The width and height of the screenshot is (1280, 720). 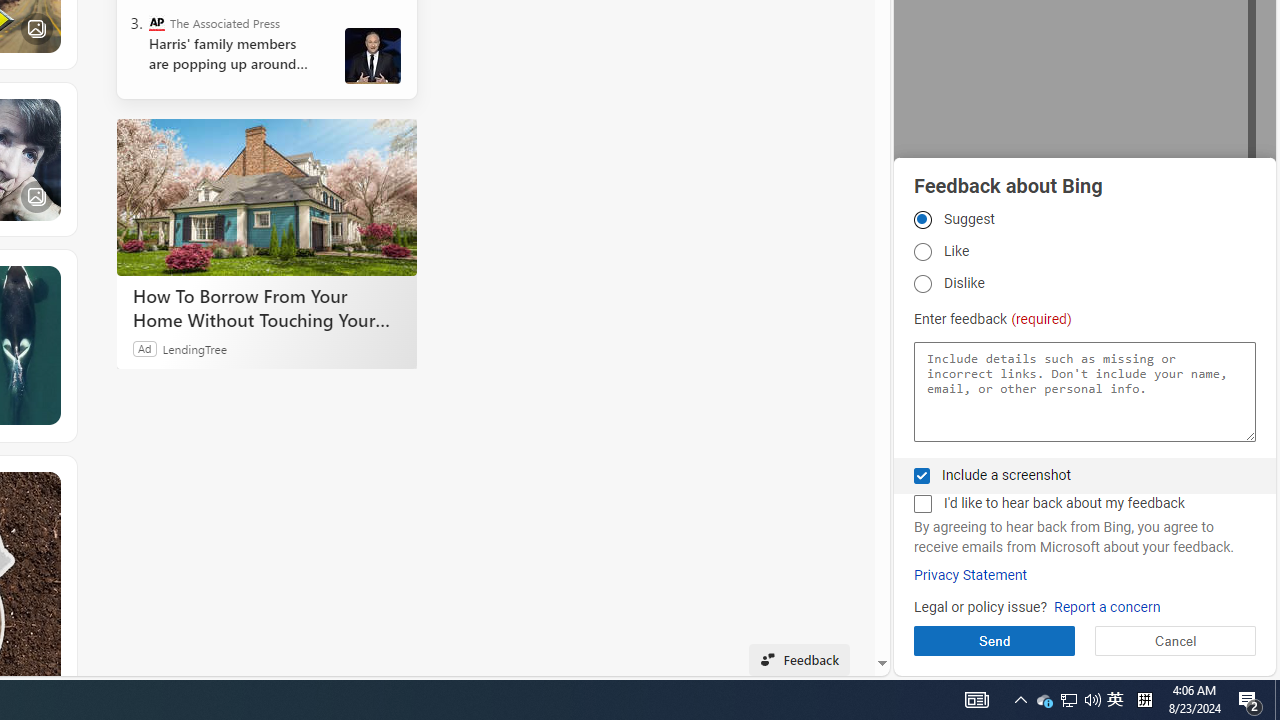 What do you see at coordinates (970, 575) in the screenshot?
I see `'Privacy Statement'` at bounding box center [970, 575].